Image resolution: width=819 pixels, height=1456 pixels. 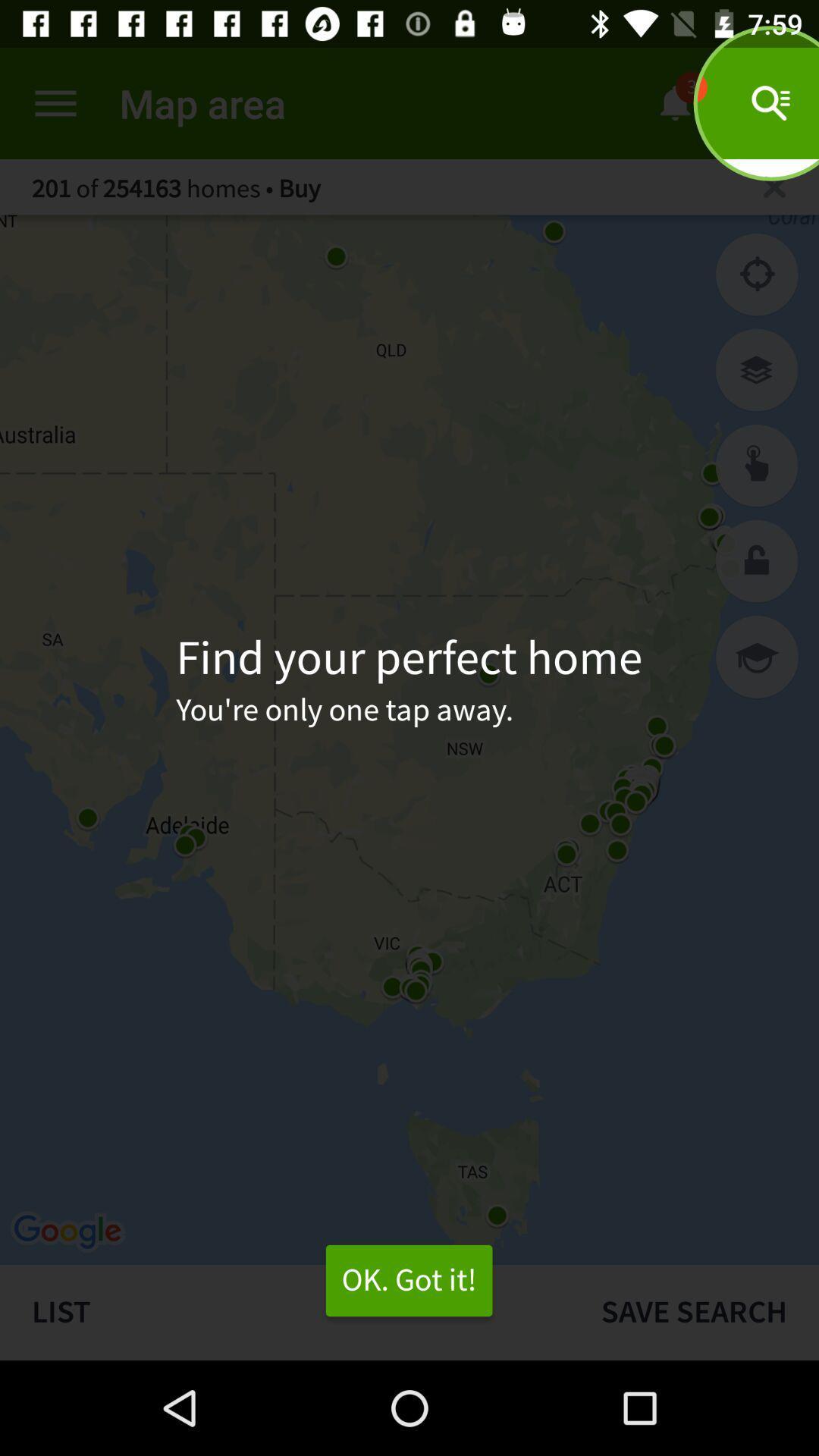 What do you see at coordinates (774, 186) in the screenshot?
I see `the icon next to 201 of 254163` at bounding box center [774, 186].